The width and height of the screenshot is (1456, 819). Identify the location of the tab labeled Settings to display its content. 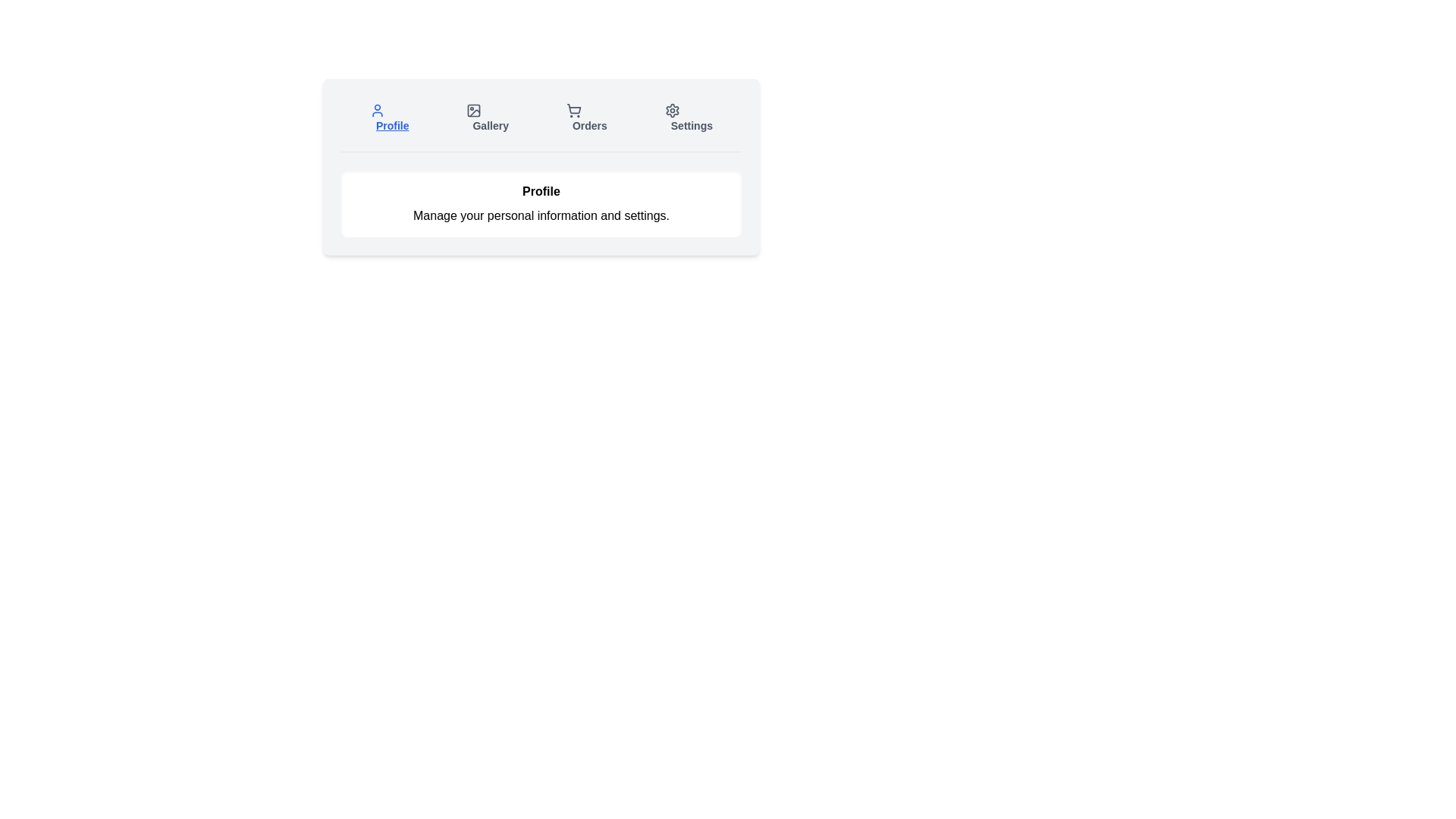
(687, 117).